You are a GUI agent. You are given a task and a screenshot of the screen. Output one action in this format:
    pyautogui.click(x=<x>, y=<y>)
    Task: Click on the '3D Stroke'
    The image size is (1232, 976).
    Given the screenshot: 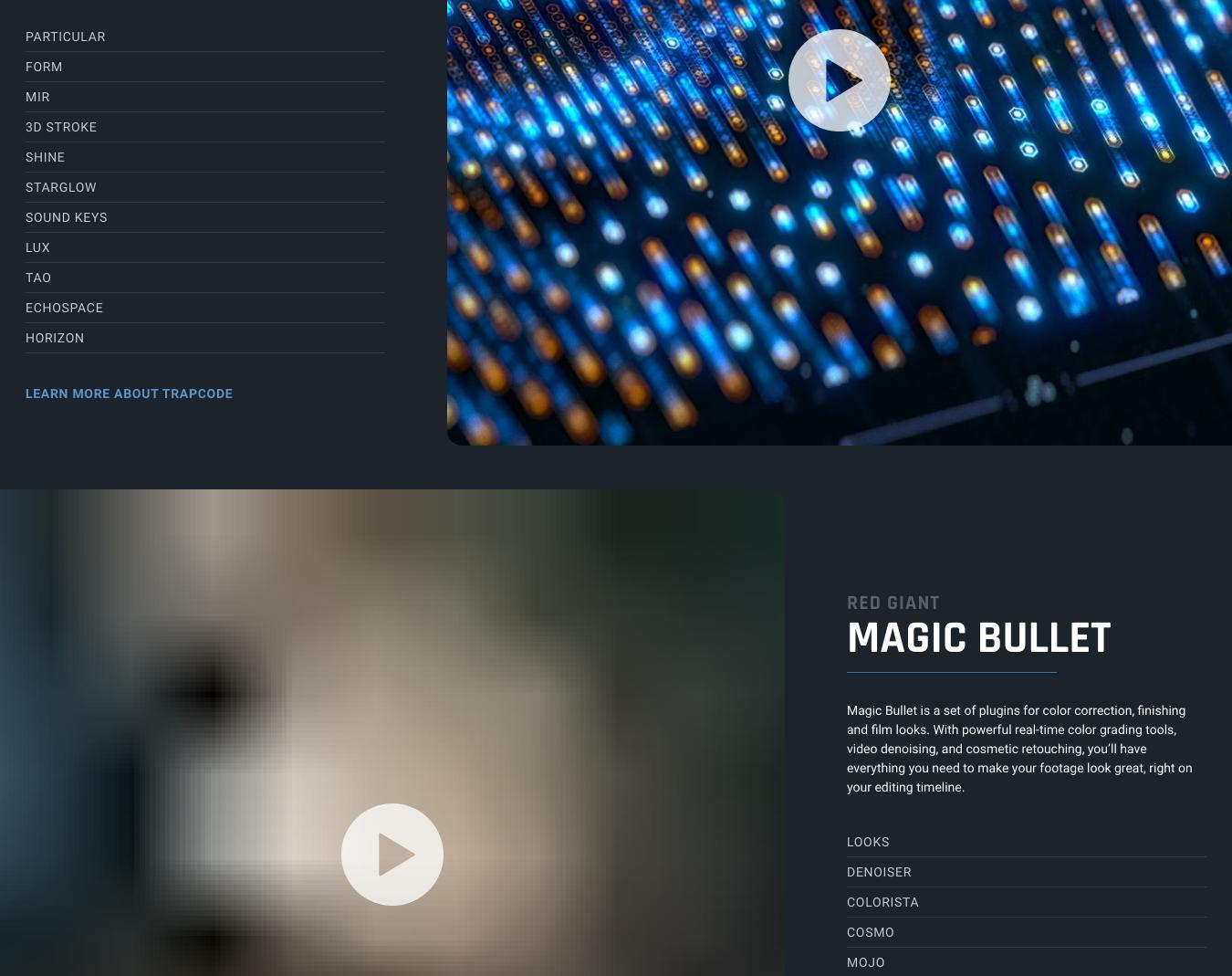 What is the action you would take?
    pyautogui.click(x=59, y=126)
    